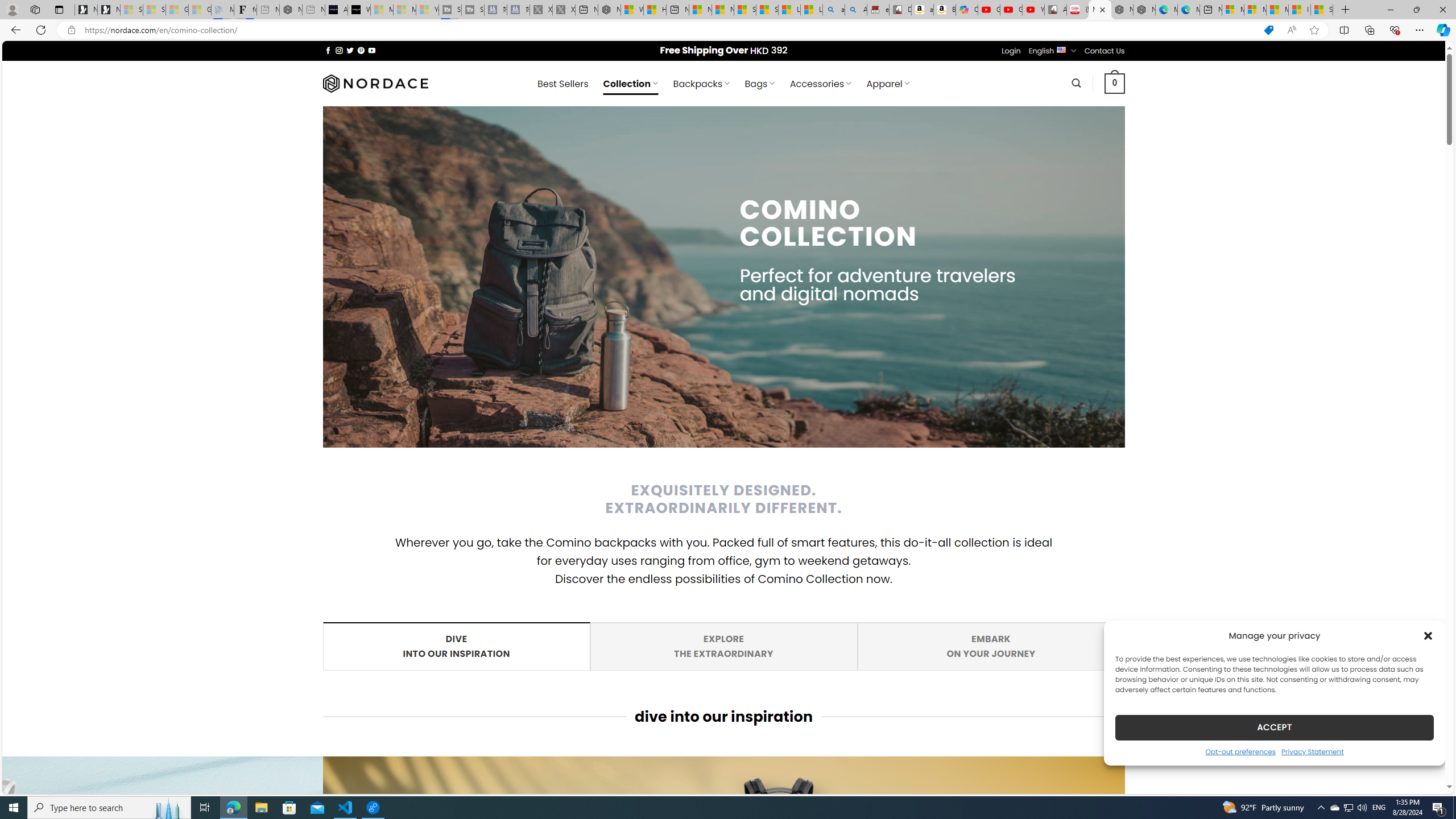 The width and height of the screenshot is (1456, 819). What do you see at coordinates (1099, 9) in the screenshot?
I see `'Nordace - Comino Collection'` at bounding box center [1099, 9].